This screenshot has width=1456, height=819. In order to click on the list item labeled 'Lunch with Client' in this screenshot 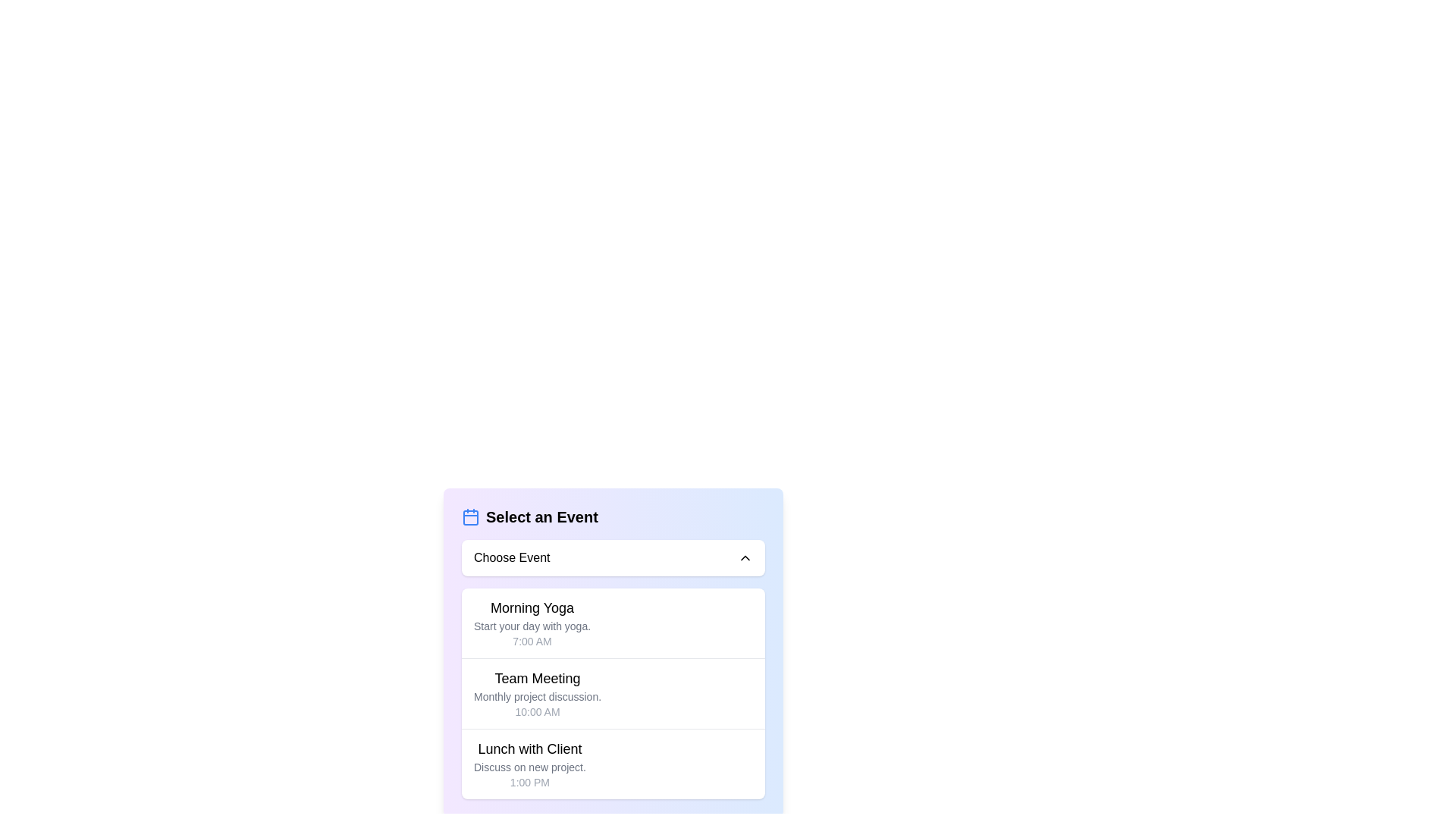, I will do `click(529, 764)`.